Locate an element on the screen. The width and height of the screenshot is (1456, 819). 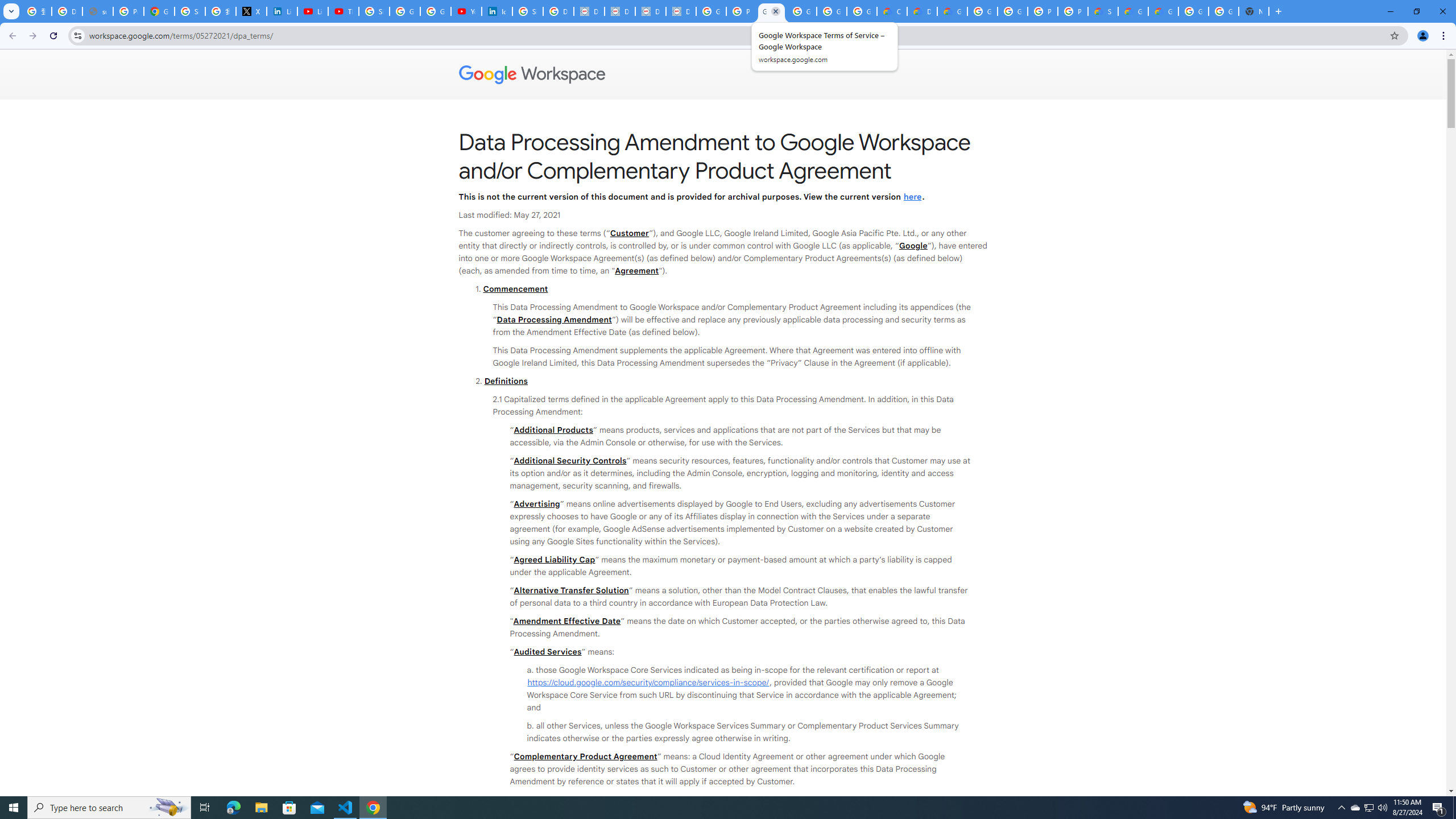
'New Tab' is located at coordinates (1254, 11).